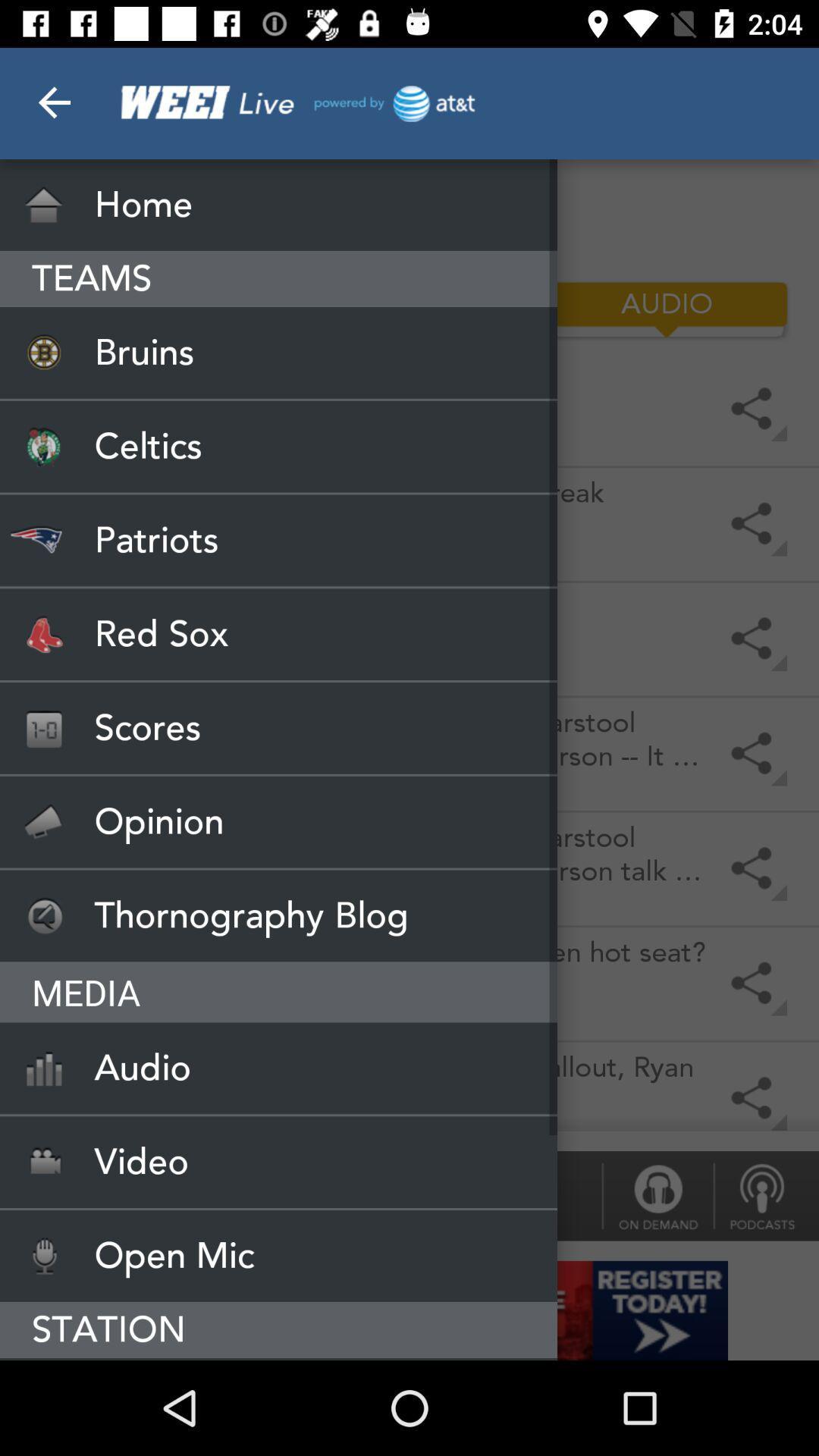 The image size is (819, 1456). What do you see at coordinates (409, 1310) in the screenshot?
I see `open add` at bounding box center [409, 1310].